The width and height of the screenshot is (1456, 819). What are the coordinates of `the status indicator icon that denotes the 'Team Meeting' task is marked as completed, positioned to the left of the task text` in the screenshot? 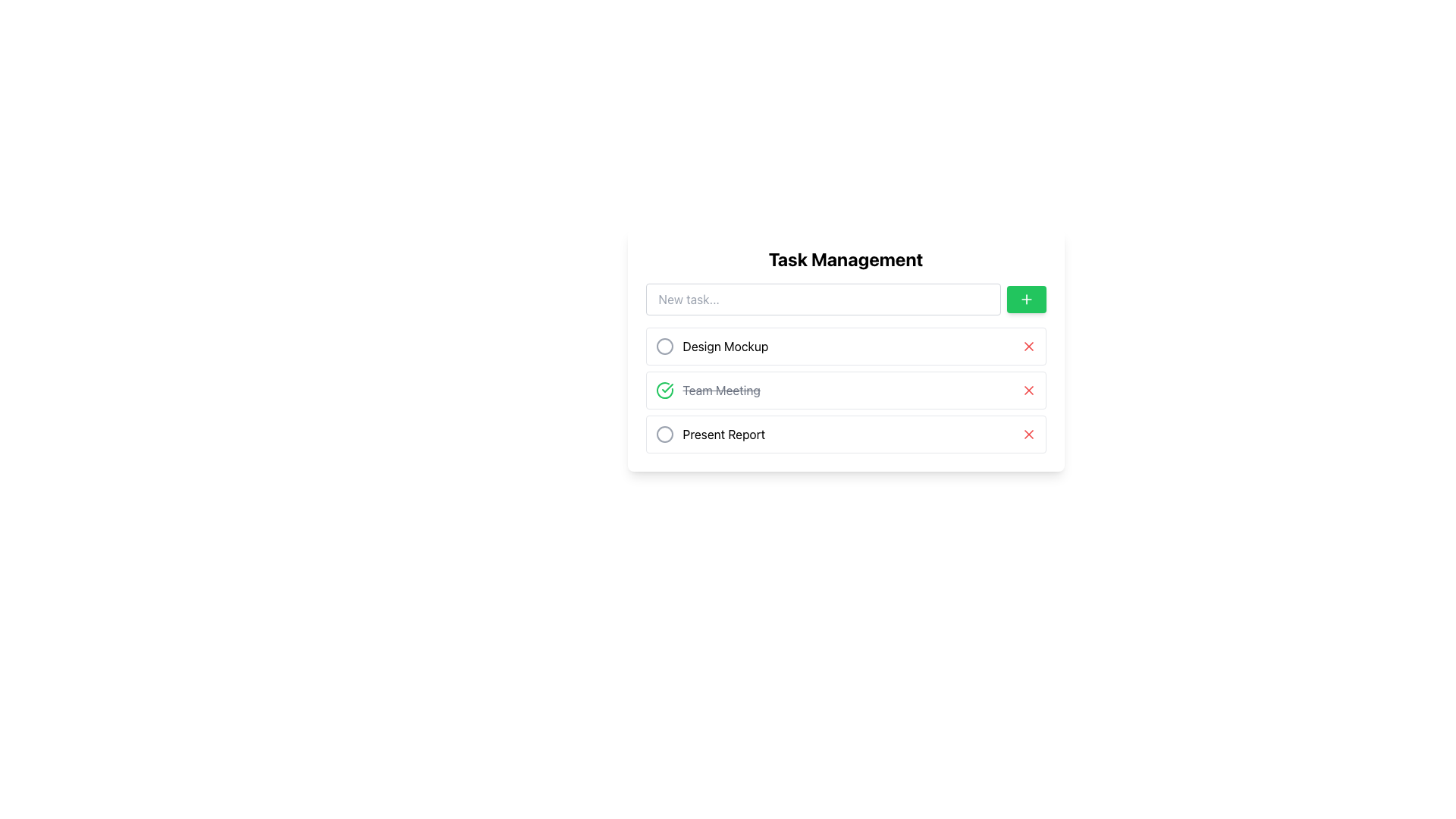 It's located at (664, 390).